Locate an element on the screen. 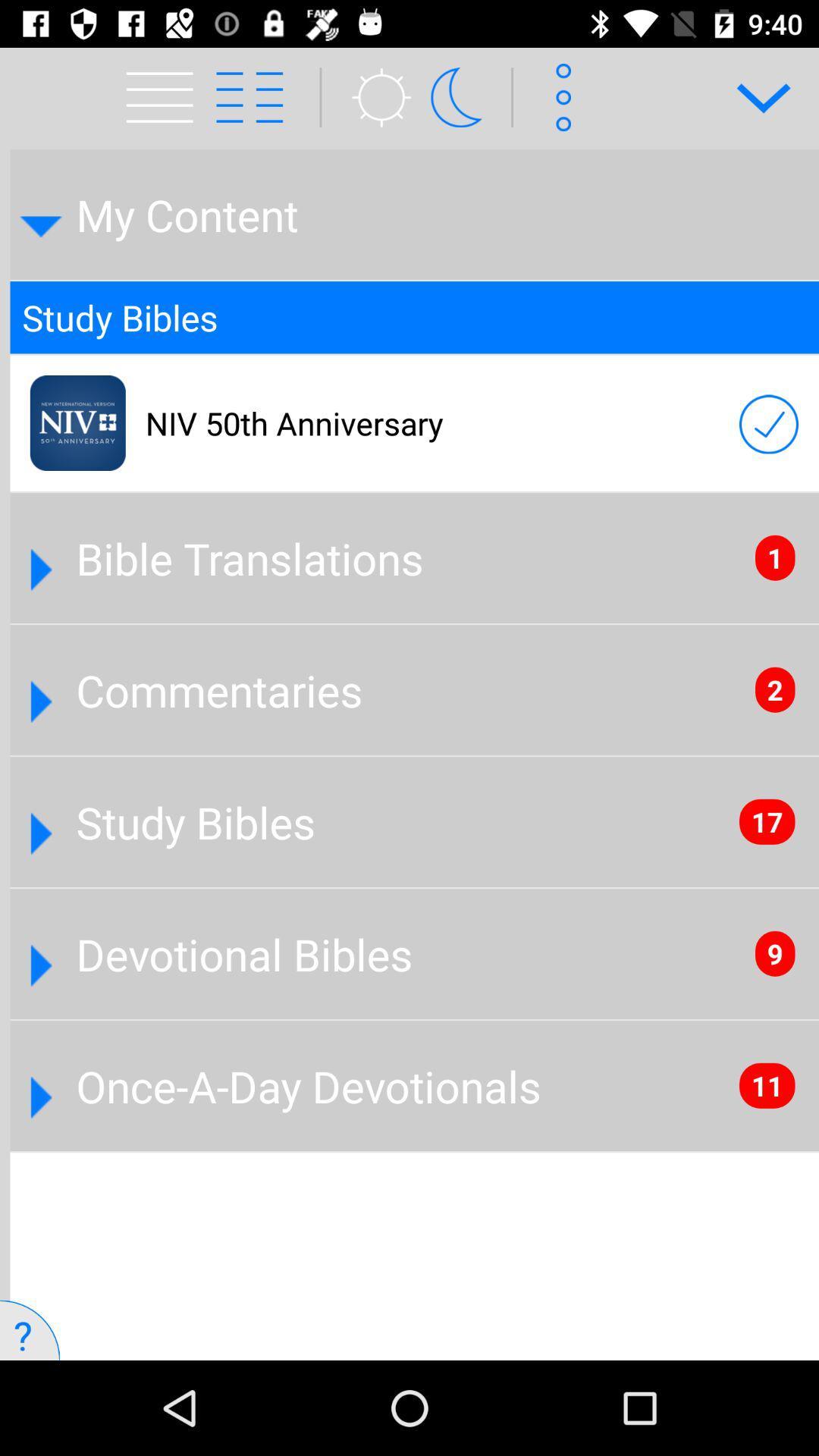  the menu icon is located at coordinates (264, 96).